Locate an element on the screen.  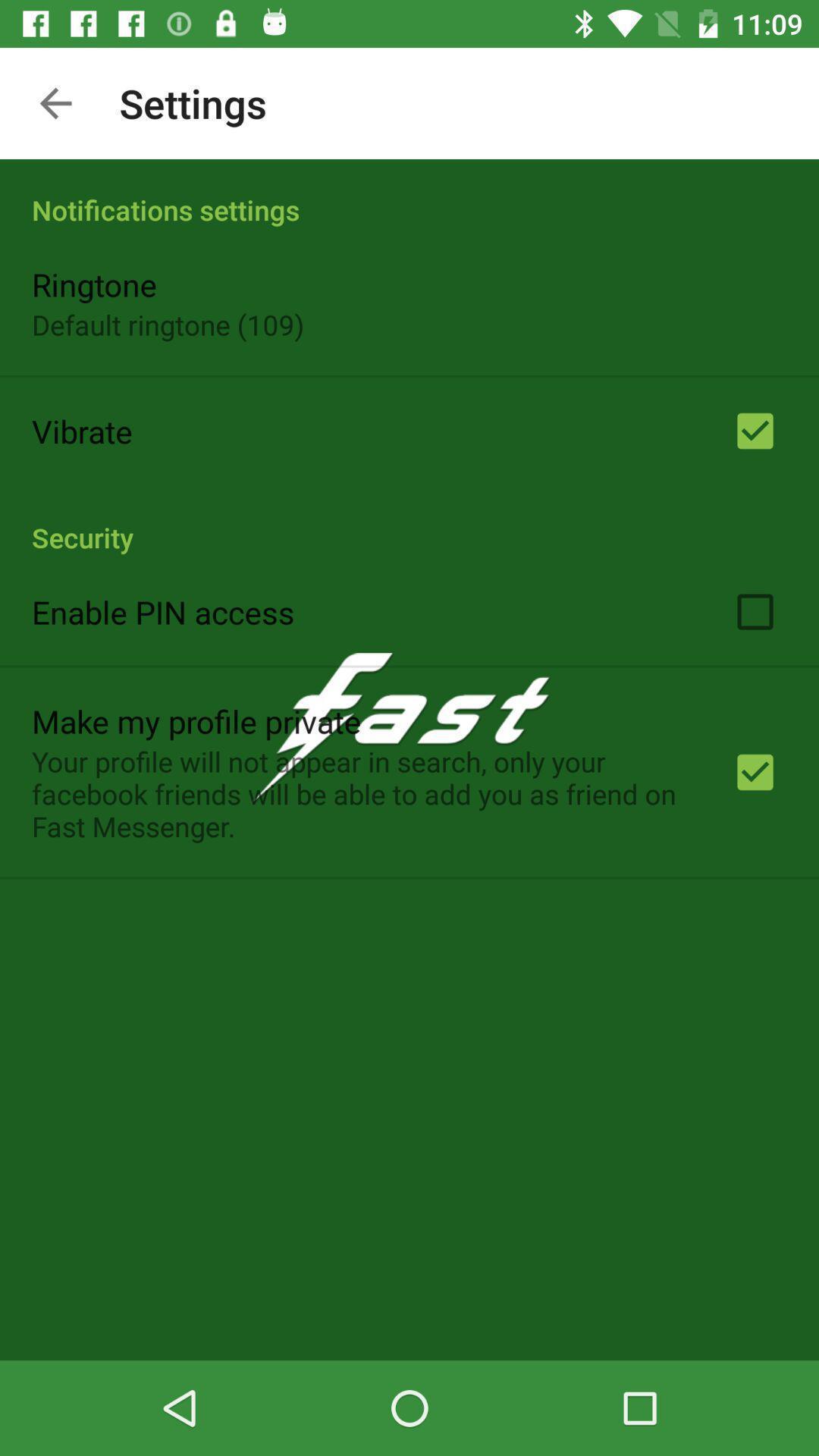
item below make my profile icon is located at coordinates (362, 792).